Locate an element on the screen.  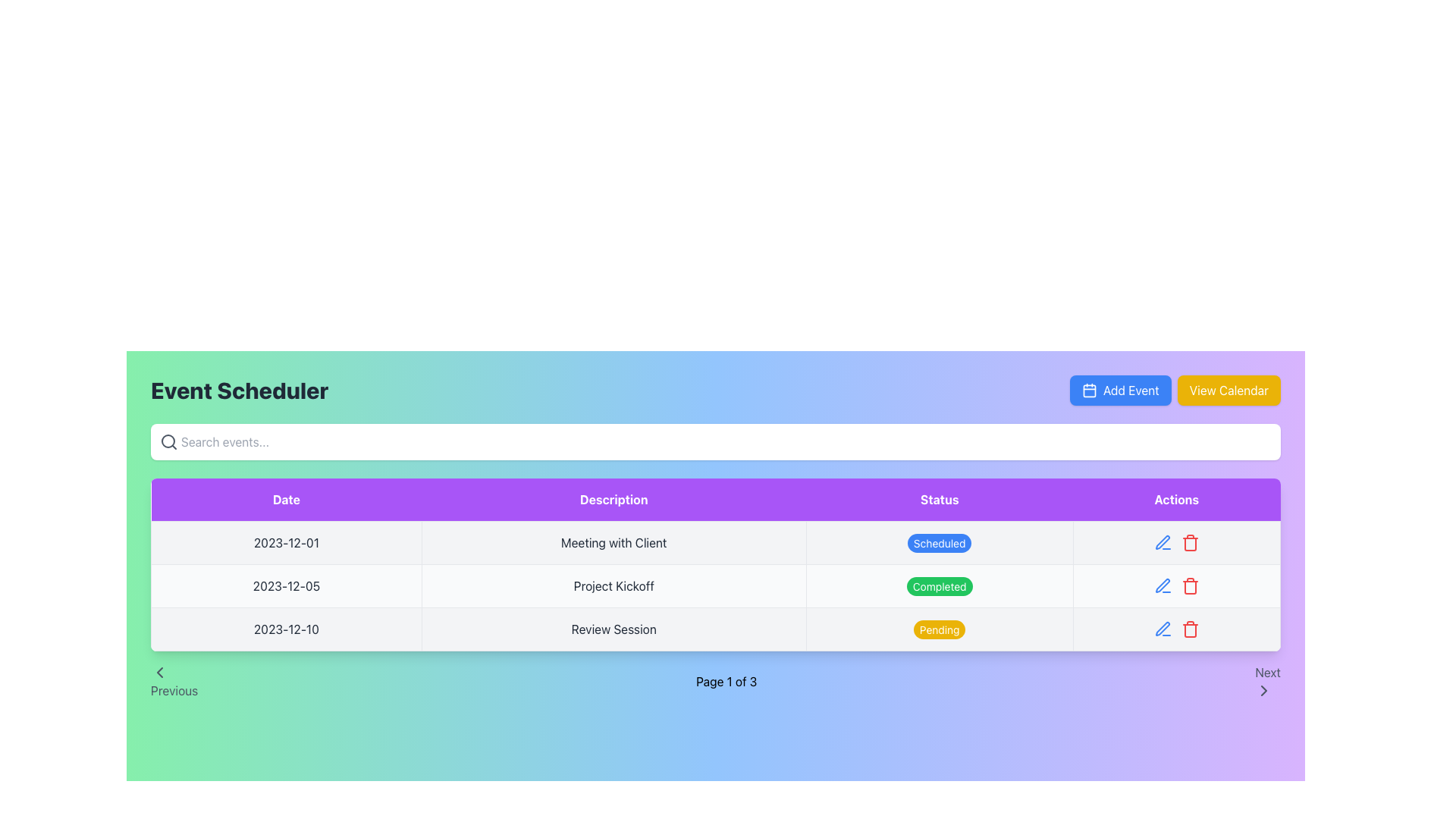
the navigational button on the far left of the pagination bar is located at coordinates (174, 680).